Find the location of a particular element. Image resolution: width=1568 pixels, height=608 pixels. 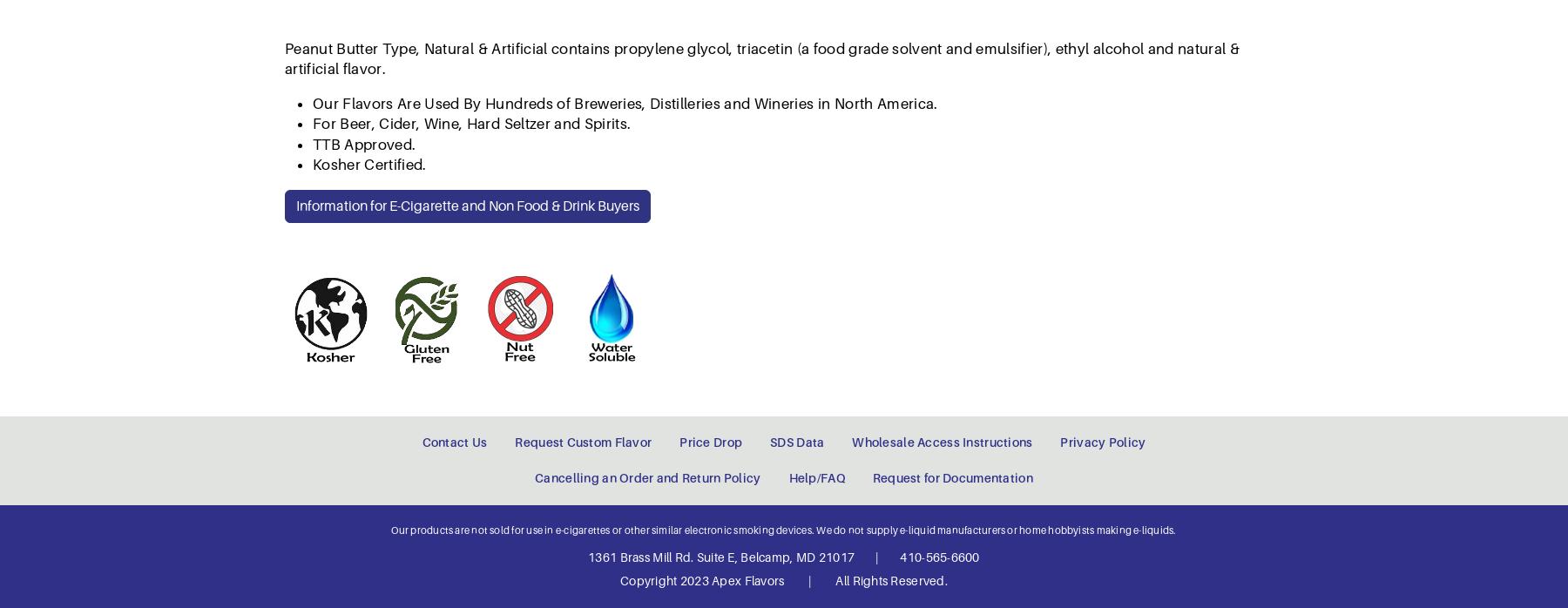

'Price Drop' is located at coordinates (710, 98).